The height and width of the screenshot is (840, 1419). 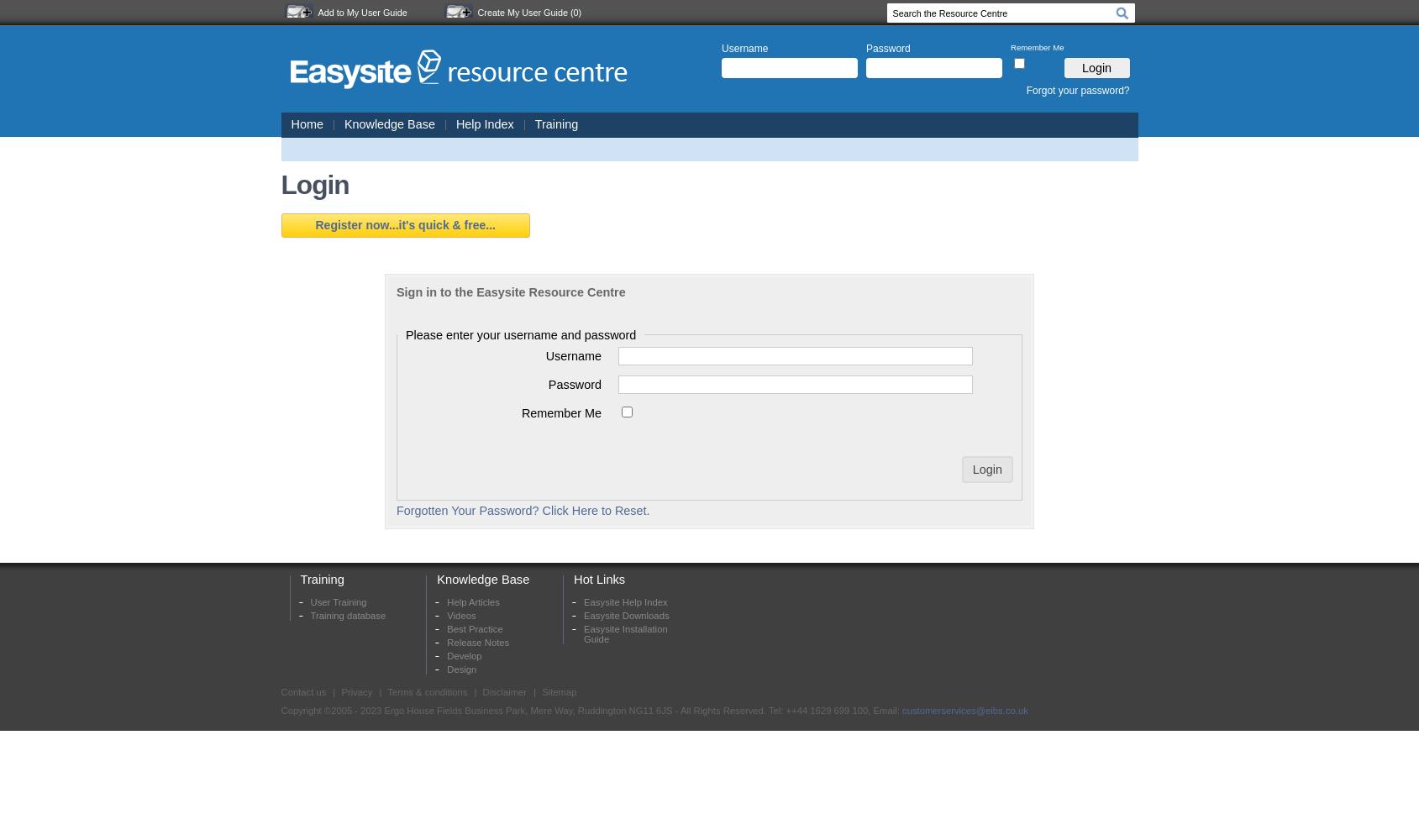 What do you see at coordinates (314, 183) in the screenshot?
I see `'Login'` at bounding box center [314, 183].